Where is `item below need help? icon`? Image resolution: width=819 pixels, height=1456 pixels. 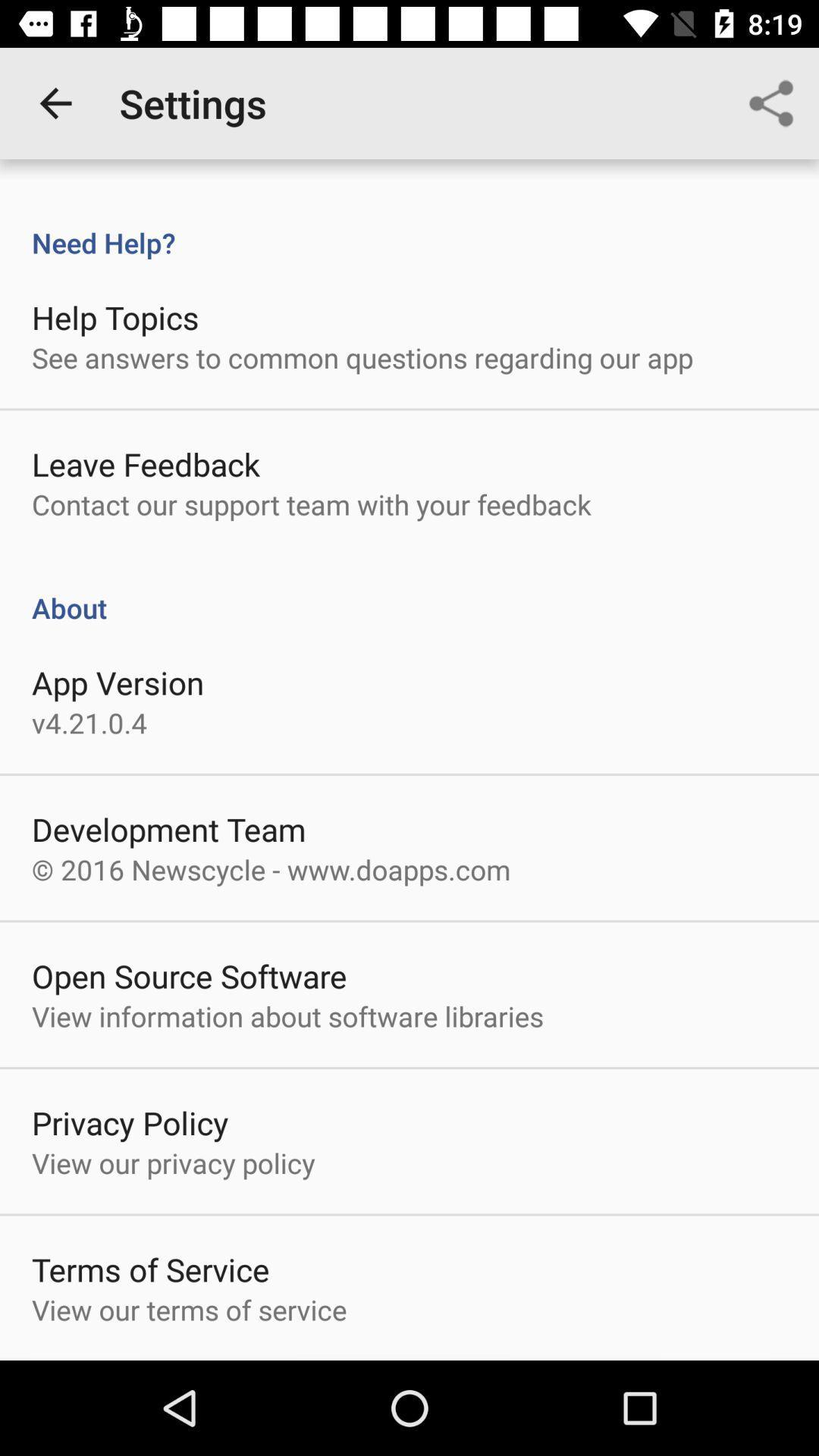
item below need help? icon is located at coordinates (115, 316).